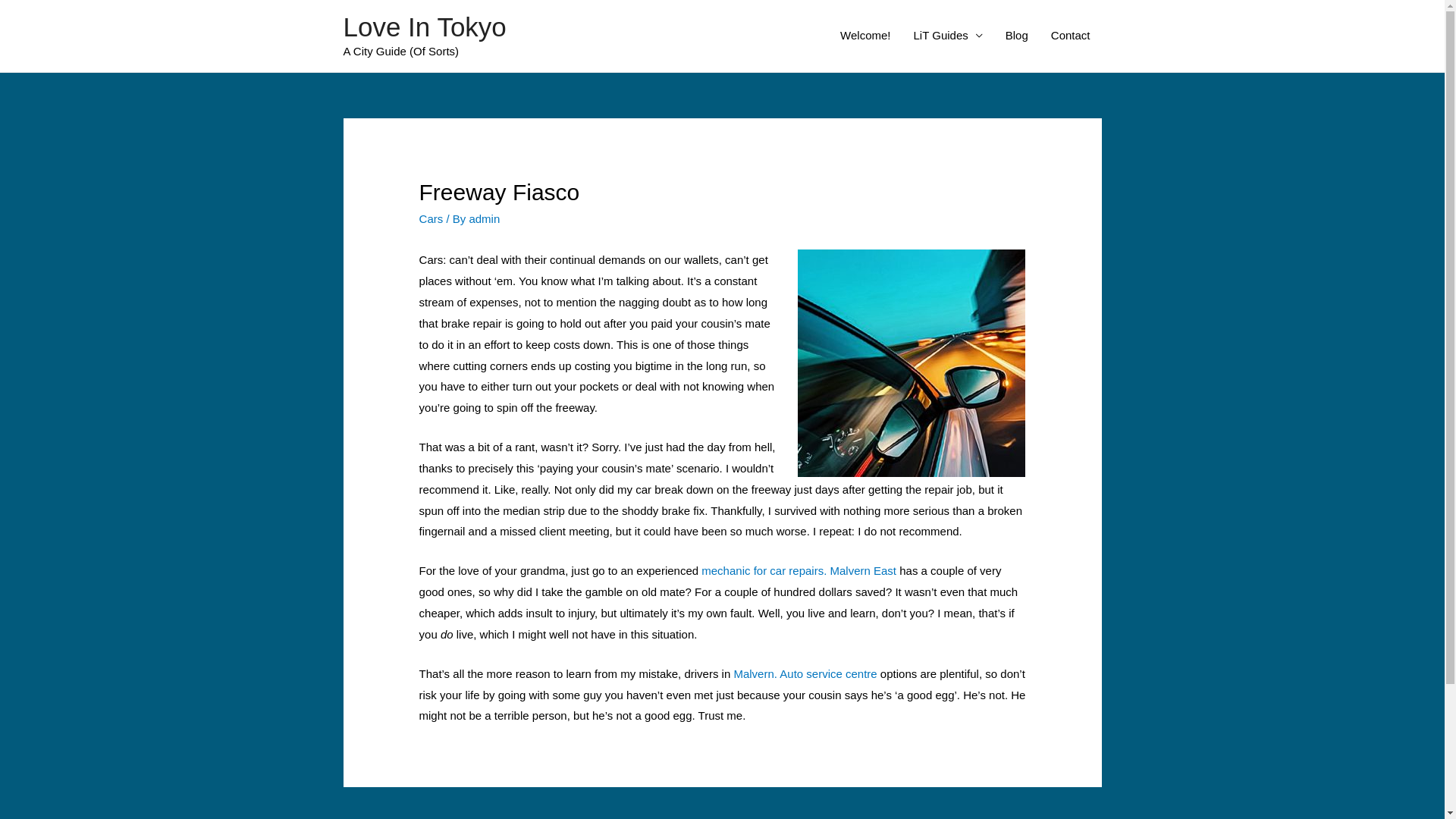 The image size is (1456, 819). What do you see at coordinates (947, 34) in the screenshot?
I see `'LiT Guides'` at bounding box center [947, 34].